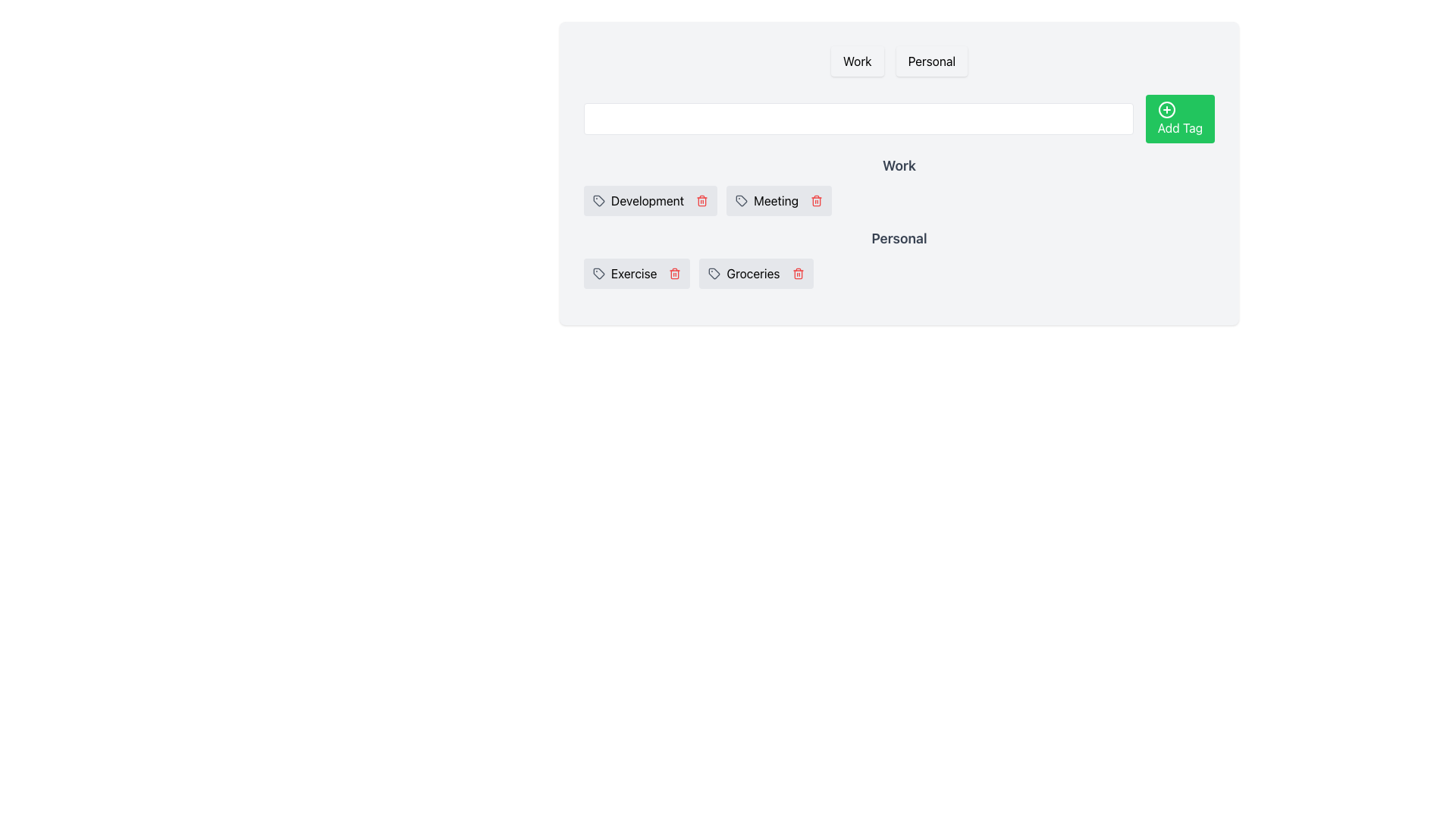  Describe the element at coordinates (598, 200) in the screenshot. I see `the gray-colored tag icon located in the 'Work' section, to the left of the 'Development' text label` at that location.